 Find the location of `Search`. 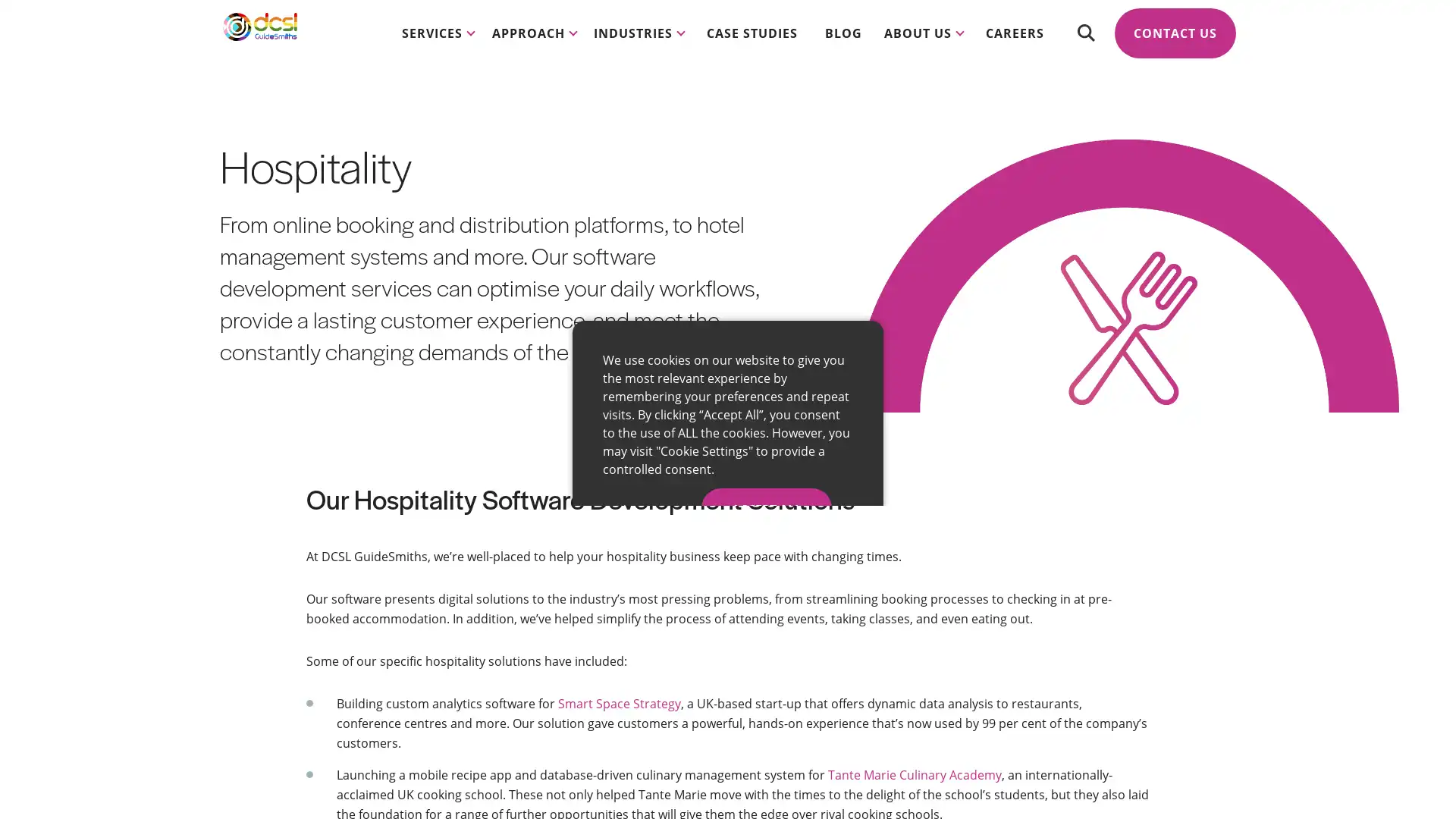

Search is located at coordinates (1084, 45).